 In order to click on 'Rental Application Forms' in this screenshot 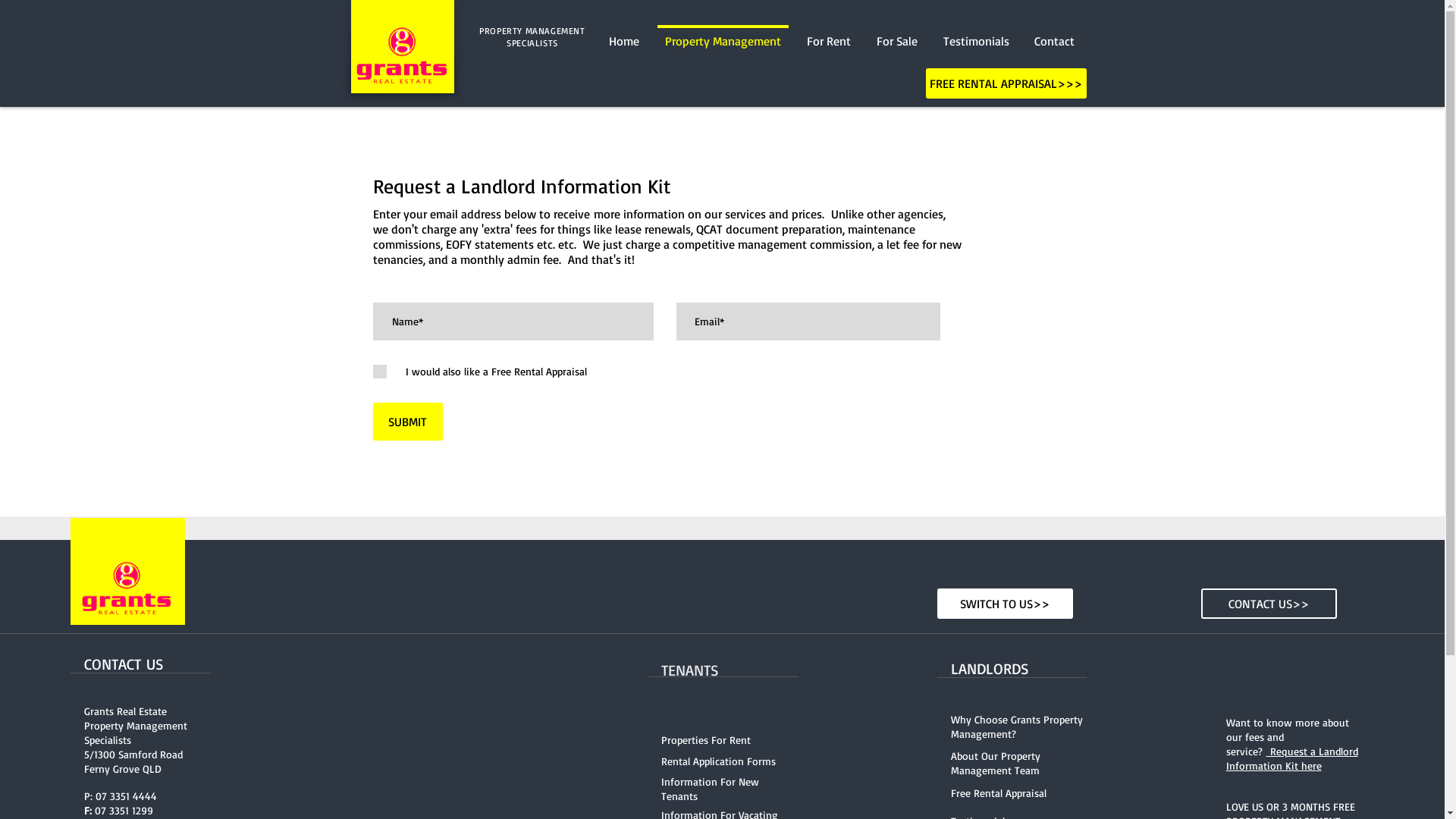, I will do `click(717, 762)`.